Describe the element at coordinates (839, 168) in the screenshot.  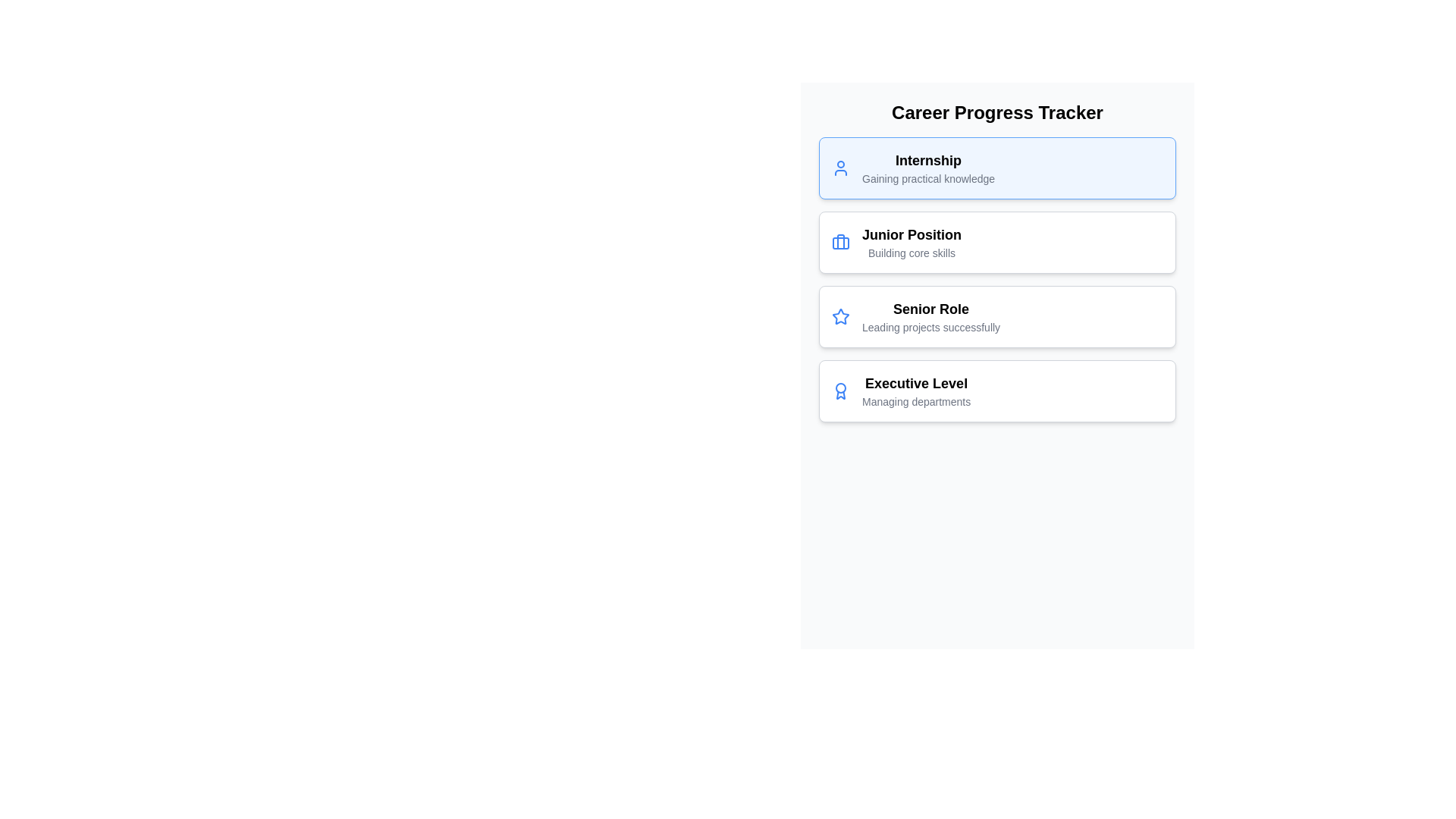
I see `the user profile SVG icon with a blue stroke, located to the left of the text 'Internship' in the Career Progress Tracker` at that location.